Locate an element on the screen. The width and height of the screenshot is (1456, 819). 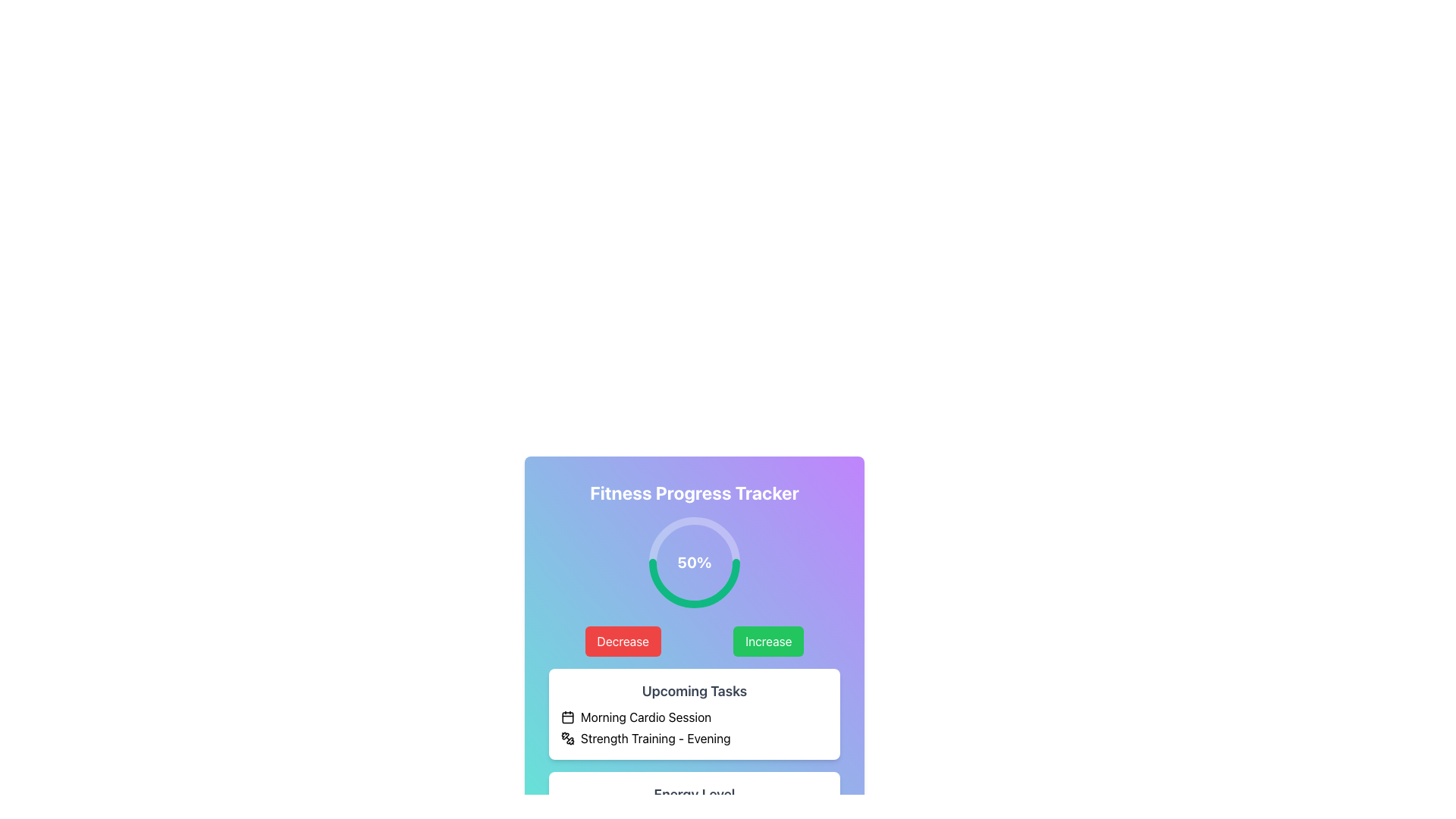
the Circular Progress Indicator located within the 'Fitness Progress Tracker' card, which visually represents progress or status level is located at coordinates (694, 562).